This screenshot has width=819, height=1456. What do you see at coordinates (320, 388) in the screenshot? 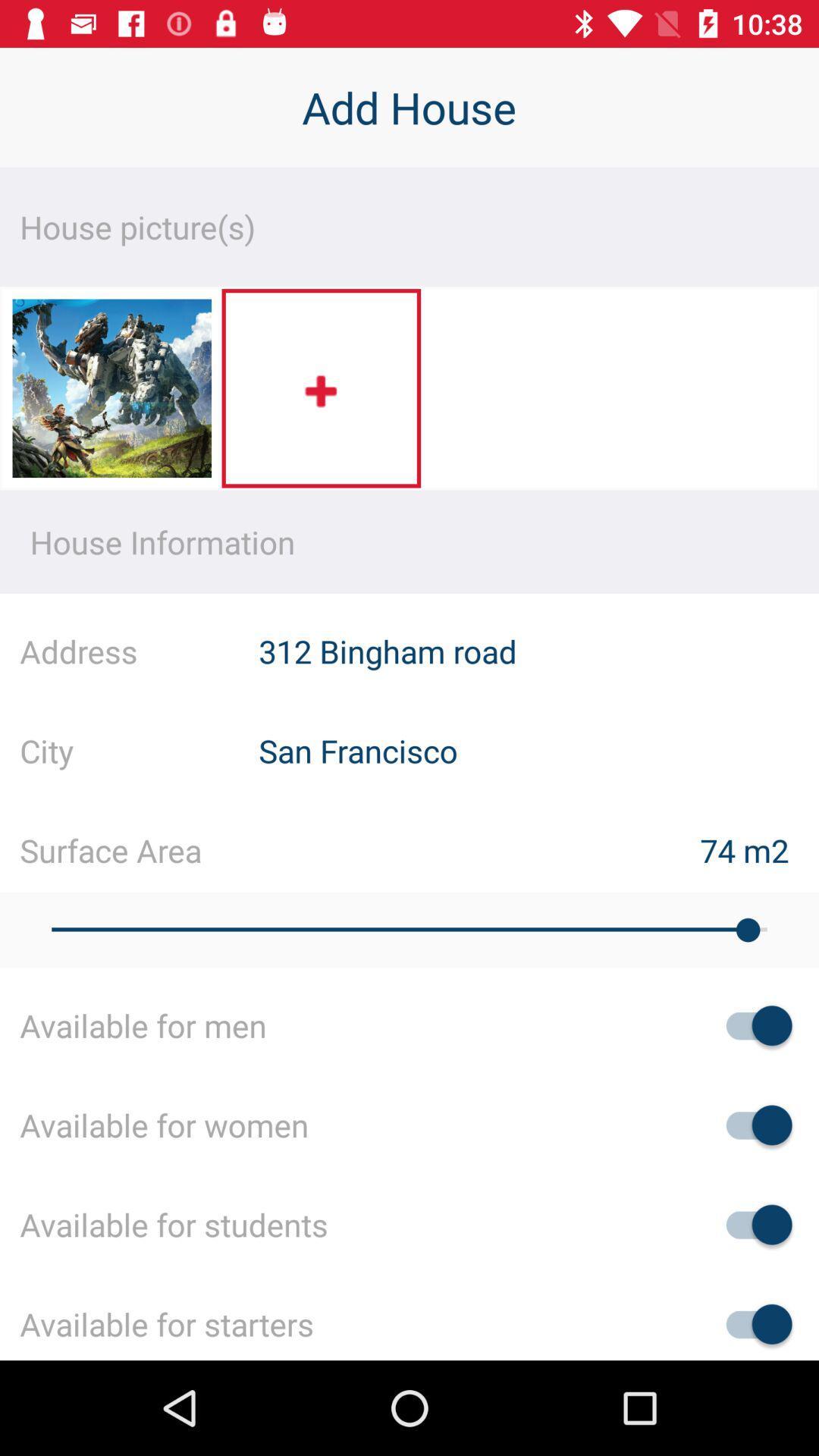
I see `picture` at bounding box center [320, 388].